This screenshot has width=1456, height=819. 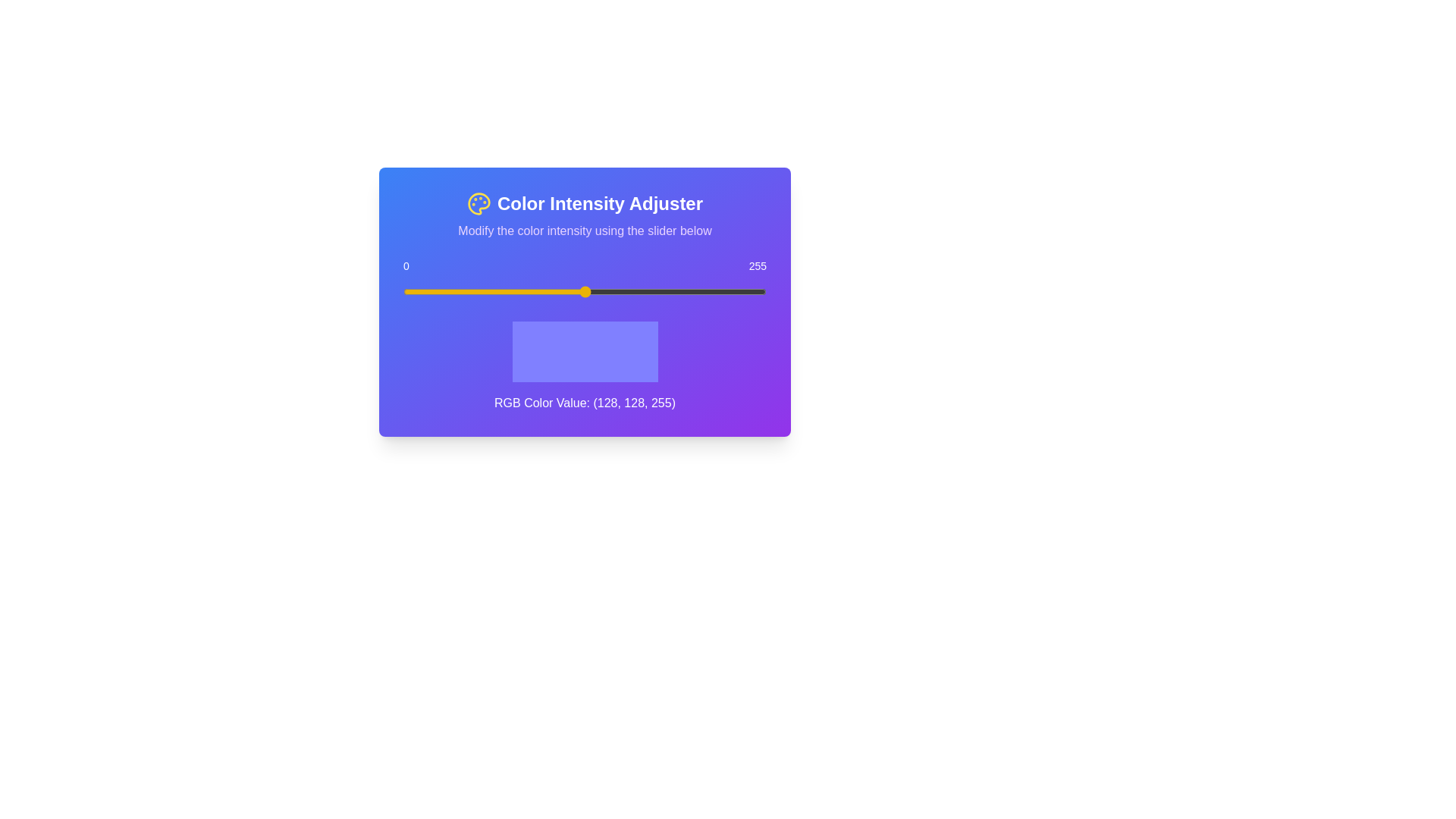 I want to click on the slider to observe visual feedback, so click(x=584, y=292).